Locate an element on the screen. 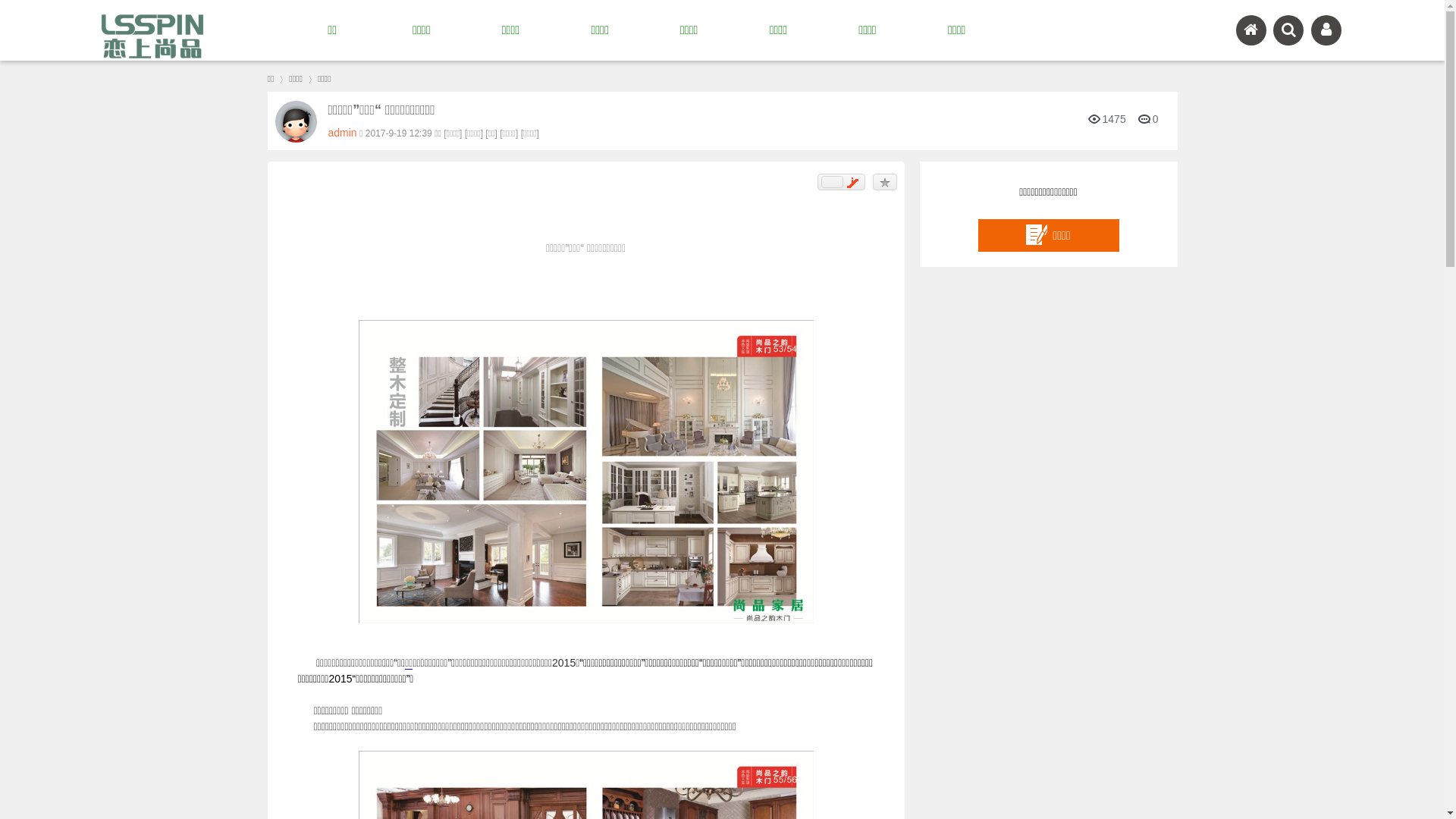  'admin' is located at coordinates (341, 131).